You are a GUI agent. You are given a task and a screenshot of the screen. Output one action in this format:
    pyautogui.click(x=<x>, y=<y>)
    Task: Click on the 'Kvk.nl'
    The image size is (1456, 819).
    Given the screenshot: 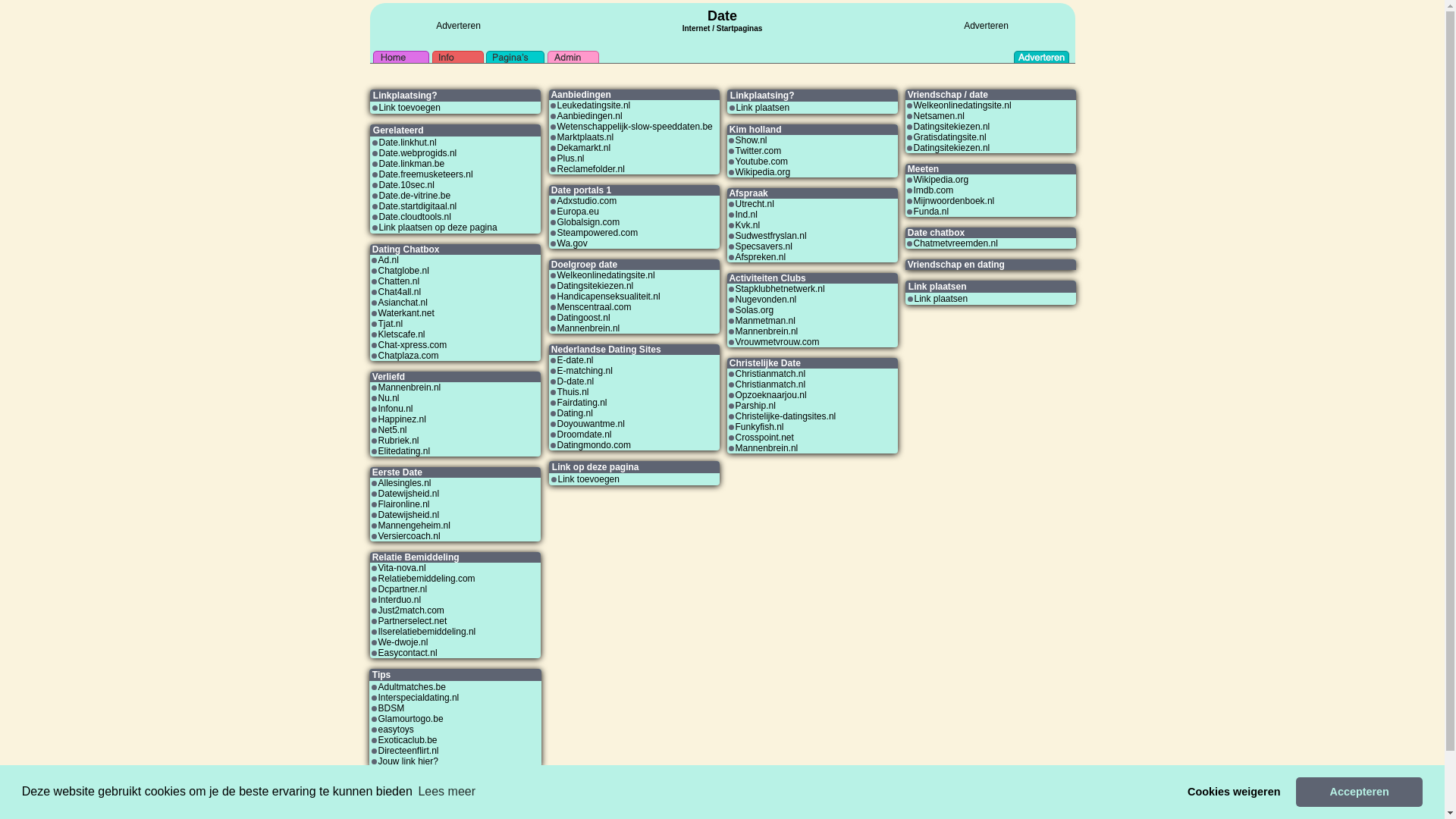 What is the action you would take?
    pyautogui.click(x=735, y=225)
    